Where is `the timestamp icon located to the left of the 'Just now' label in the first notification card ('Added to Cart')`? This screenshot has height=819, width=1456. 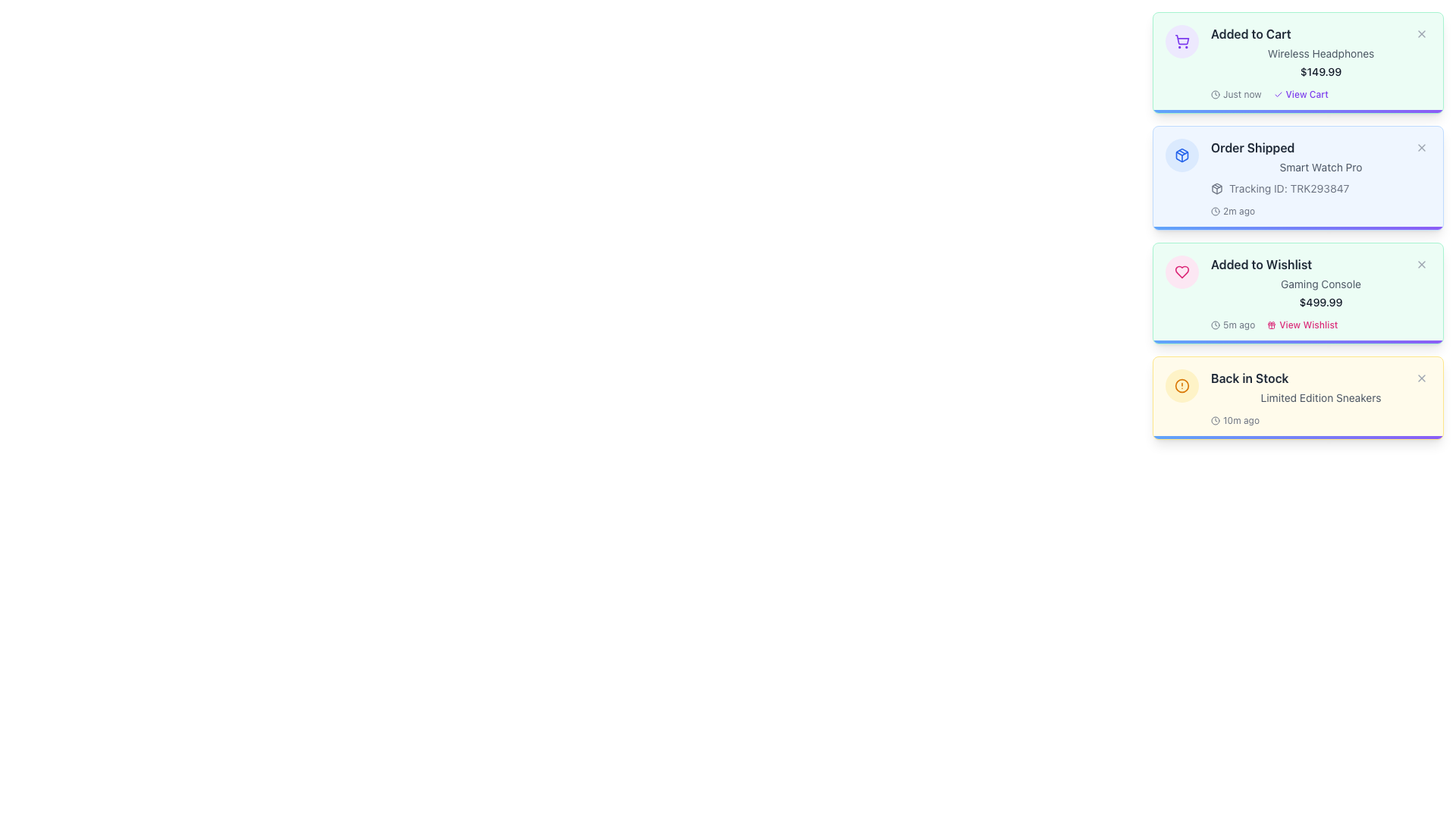 the timestamp icon located to the left of the 'Just now' label in the first notification card ('Added to Cart') is located at coordinates (1216, 94).